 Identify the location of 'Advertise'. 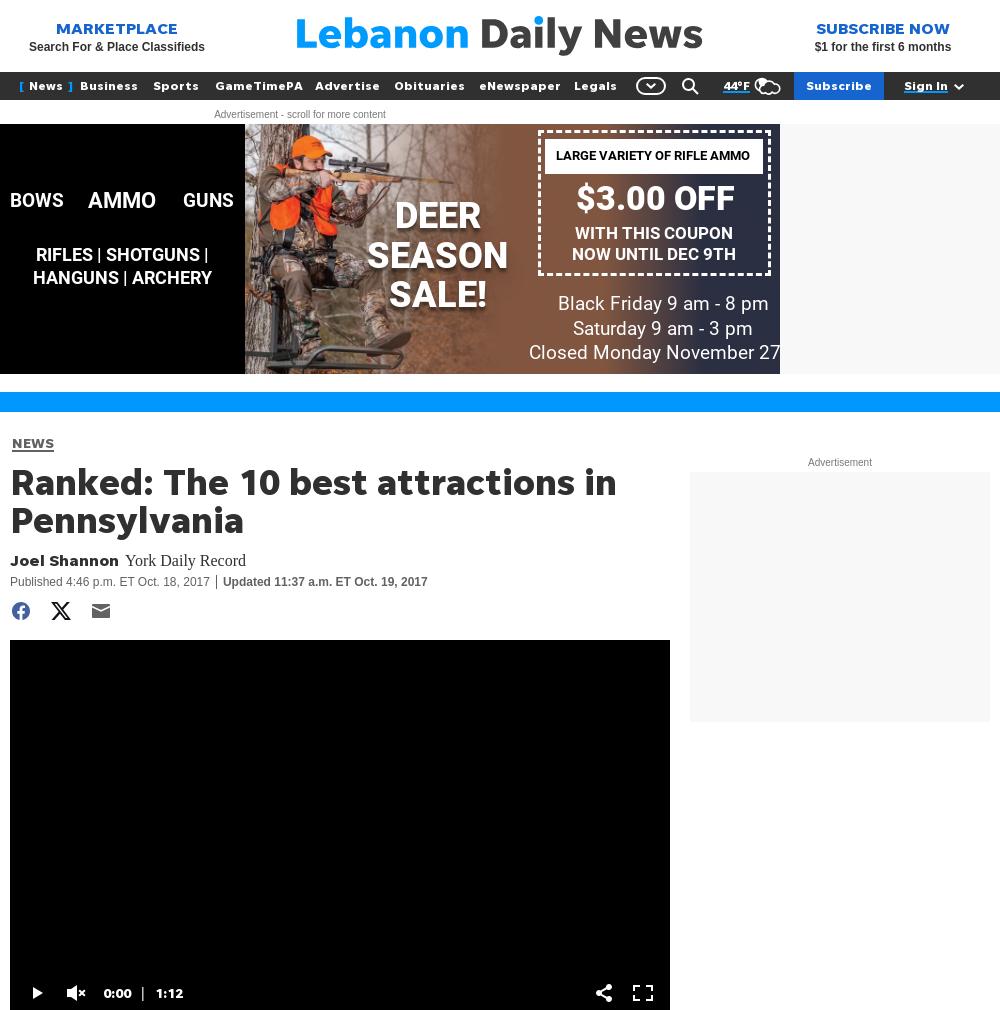
(346, 84).